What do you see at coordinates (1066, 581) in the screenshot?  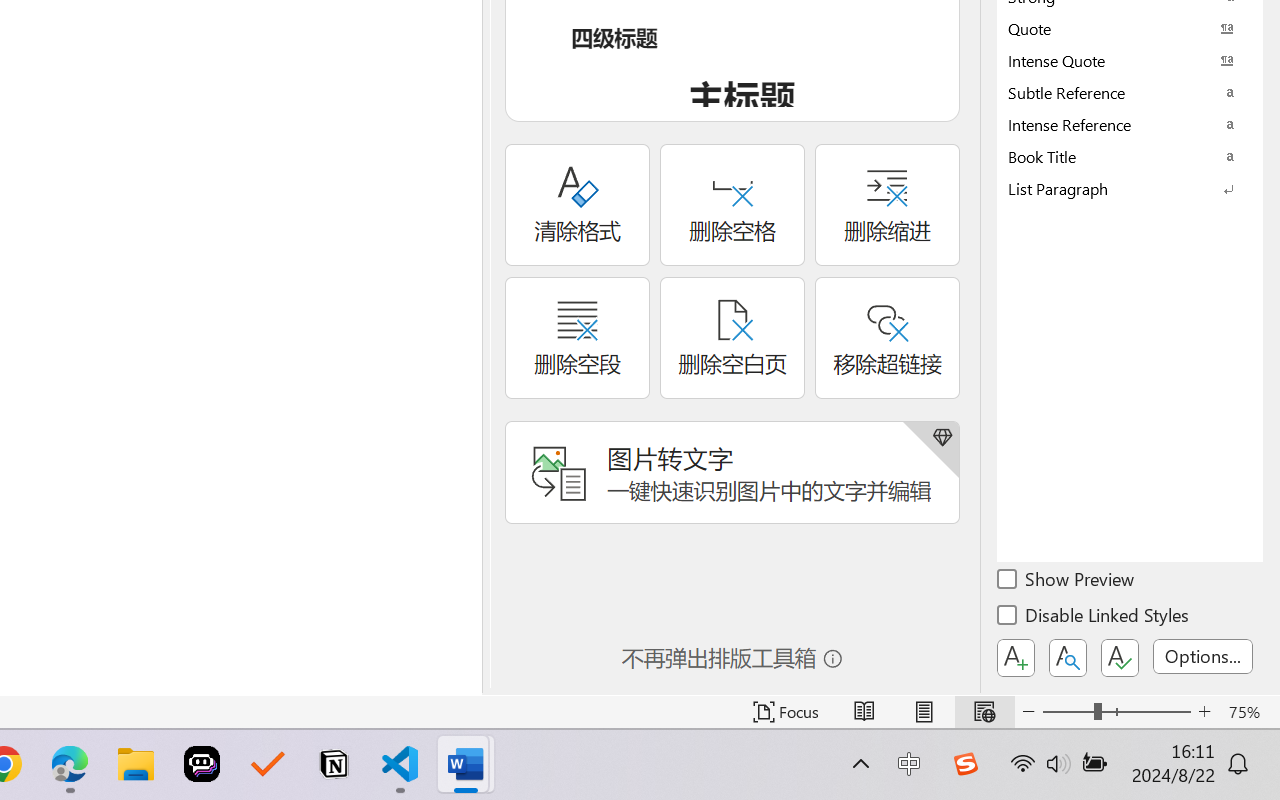 I see `'Show Preview'` at bounding box center [1066, 581].